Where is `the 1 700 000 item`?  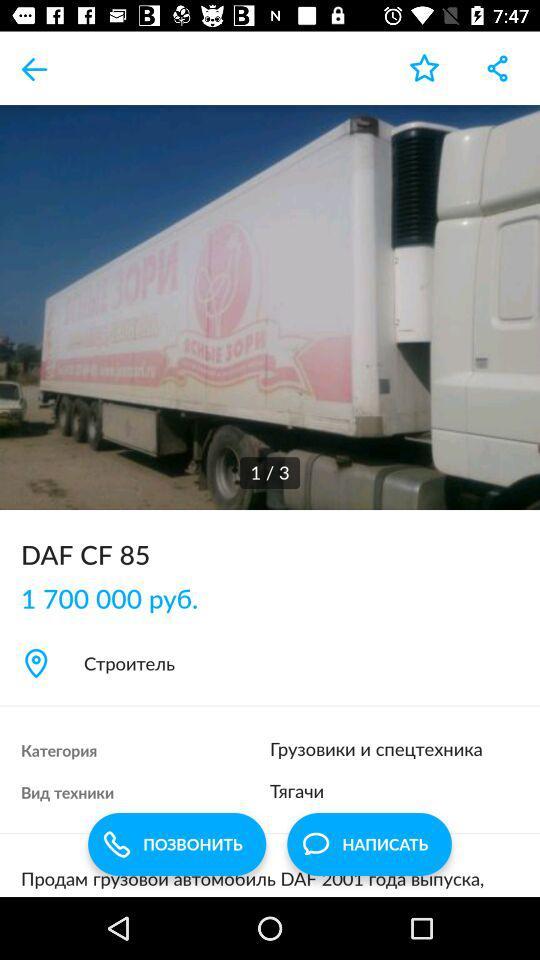
the 1 700 000 item is located at coordinates (120, 598).